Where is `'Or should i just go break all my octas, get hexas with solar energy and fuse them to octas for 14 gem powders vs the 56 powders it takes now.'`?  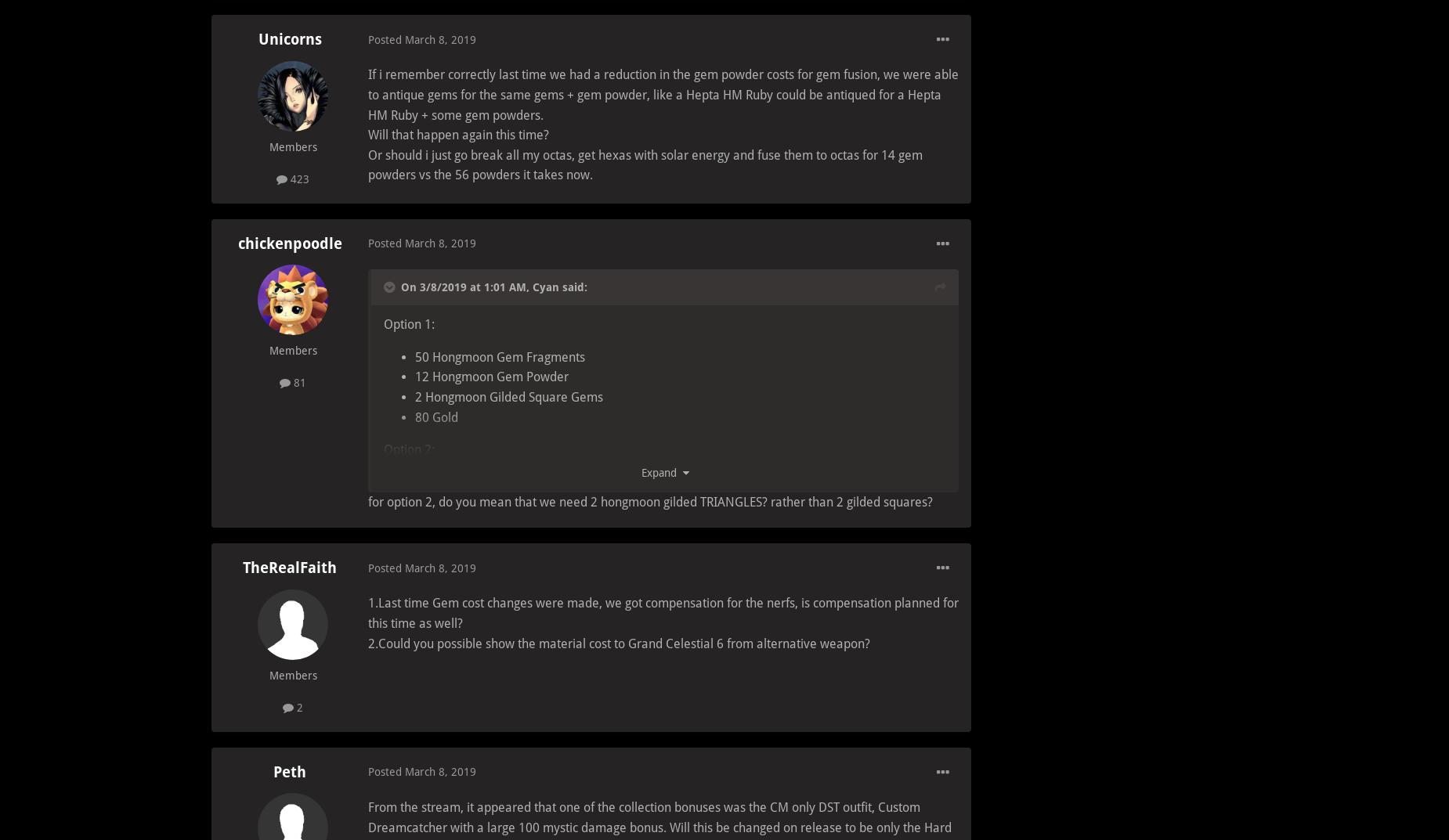 'Or should i just go break all my octas, get hexas with solar energy and fuse them to octas for 14 gem powders vs the 56 powders it takes now.' is located at coordinates (645, 164).